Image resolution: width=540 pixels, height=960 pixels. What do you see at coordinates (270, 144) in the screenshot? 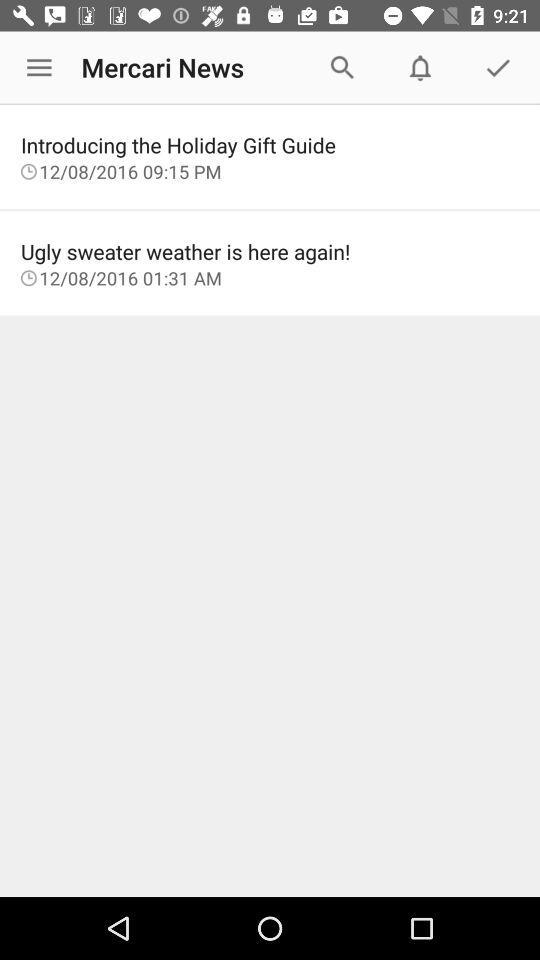
I see `the introducing the holiday item` at bounding box center [270, 144].